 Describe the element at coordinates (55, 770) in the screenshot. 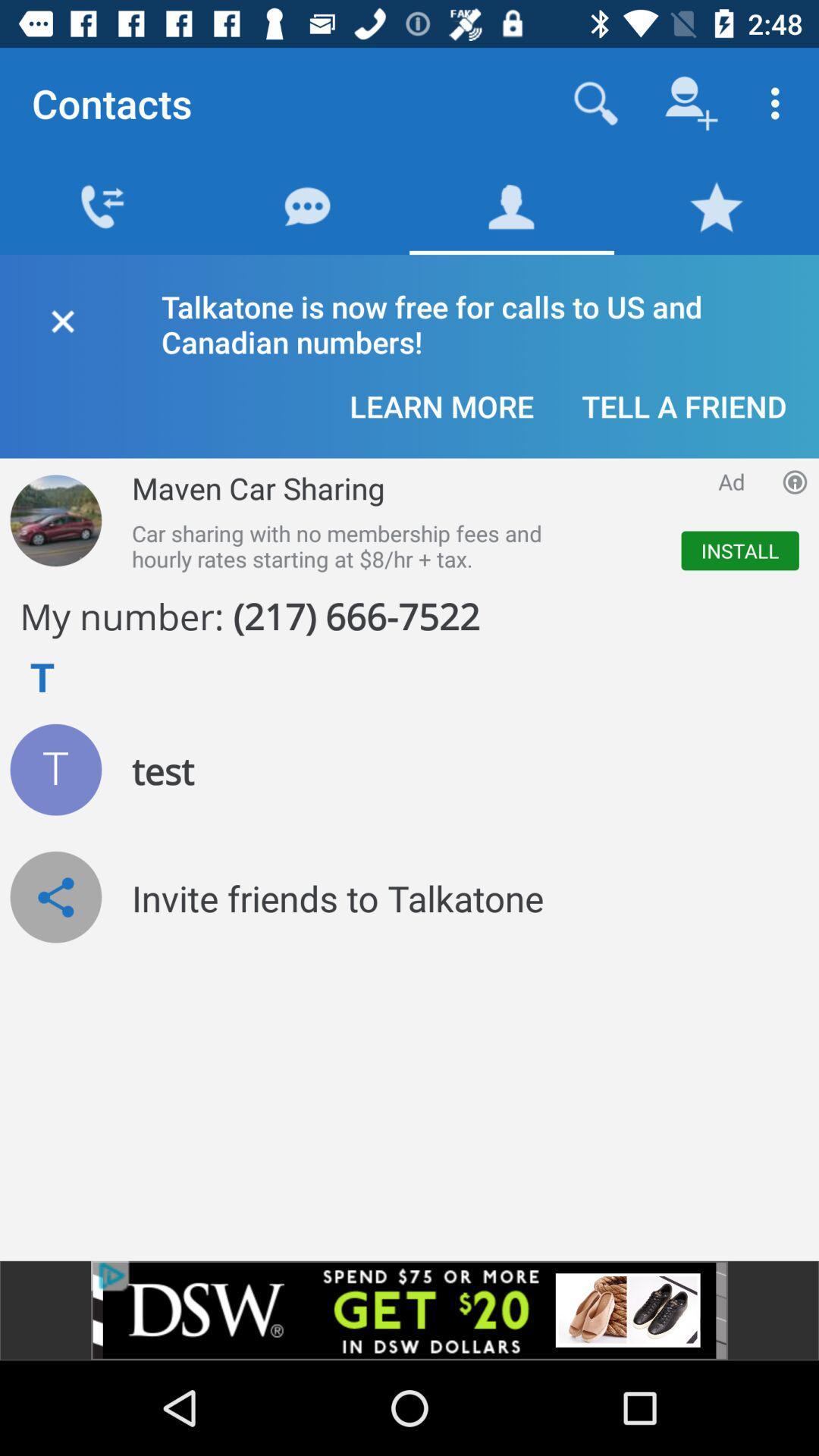

I see `show profile page` at that location.